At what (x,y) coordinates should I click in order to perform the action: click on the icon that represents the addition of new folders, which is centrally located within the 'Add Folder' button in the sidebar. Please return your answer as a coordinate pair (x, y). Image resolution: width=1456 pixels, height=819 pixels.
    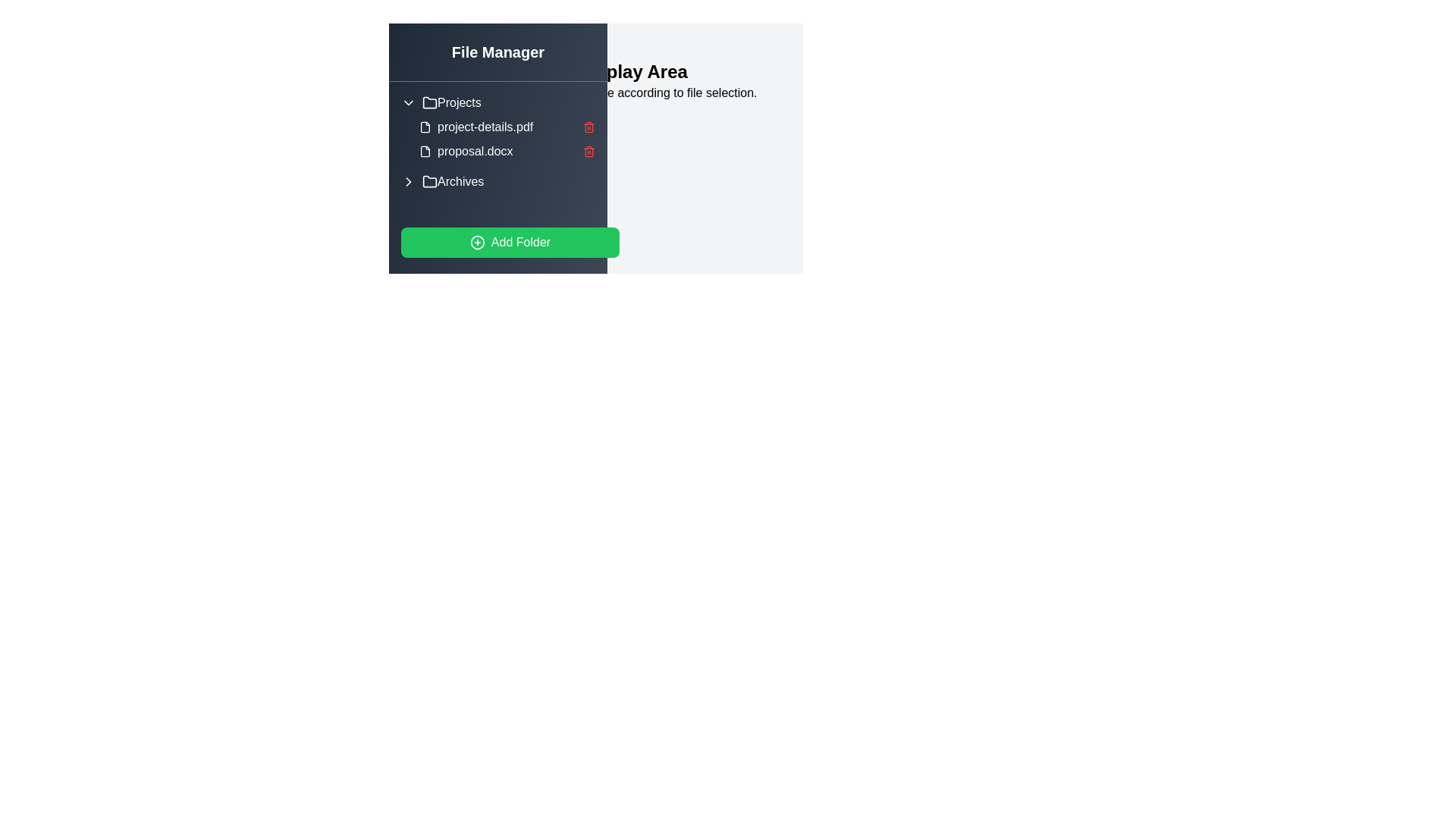
    Looking at the image, I should click on (476, 242).